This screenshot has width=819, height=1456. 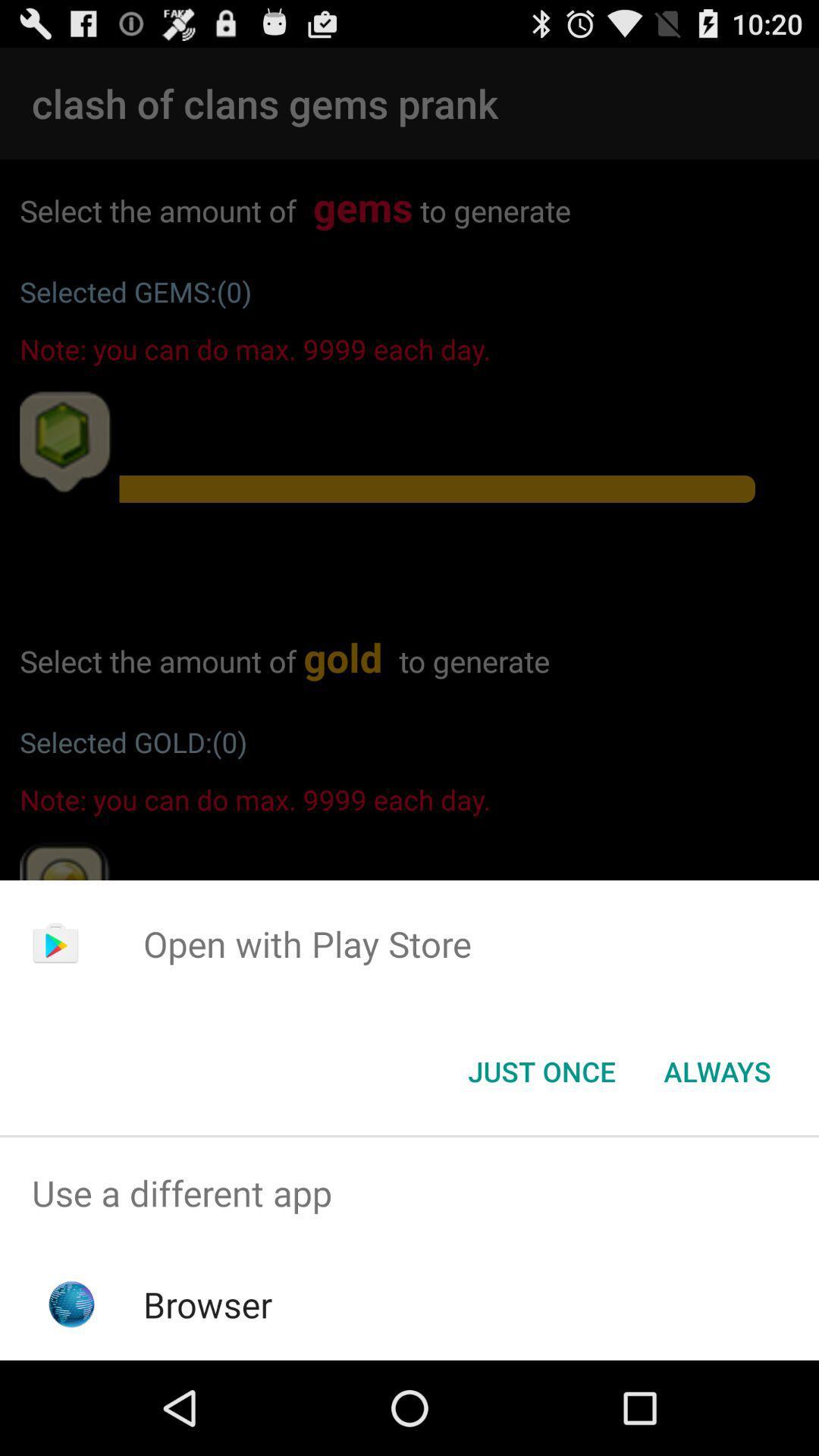 What do you see at coordinates (409, 1192) in the screenshot?
I see `icon above browser app` at bounding box center [409, 1192].